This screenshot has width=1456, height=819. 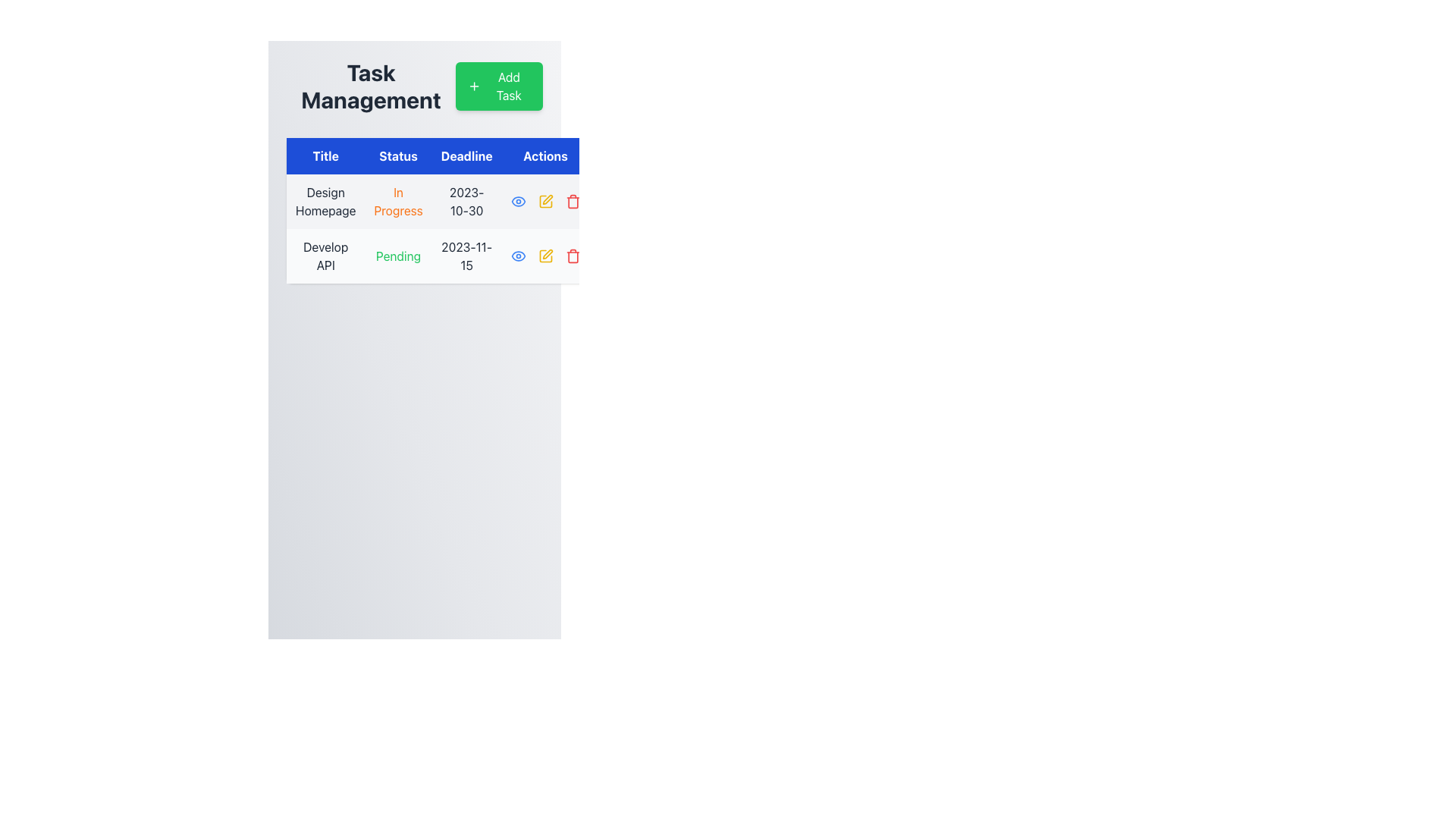 What do you see at coordinates (518, 201) in the screenshot?
I see `the eye icon located in the 'Actions' column of the task management table, adjacent to the 'Develop API' task row` at bounding box center [518, 201].